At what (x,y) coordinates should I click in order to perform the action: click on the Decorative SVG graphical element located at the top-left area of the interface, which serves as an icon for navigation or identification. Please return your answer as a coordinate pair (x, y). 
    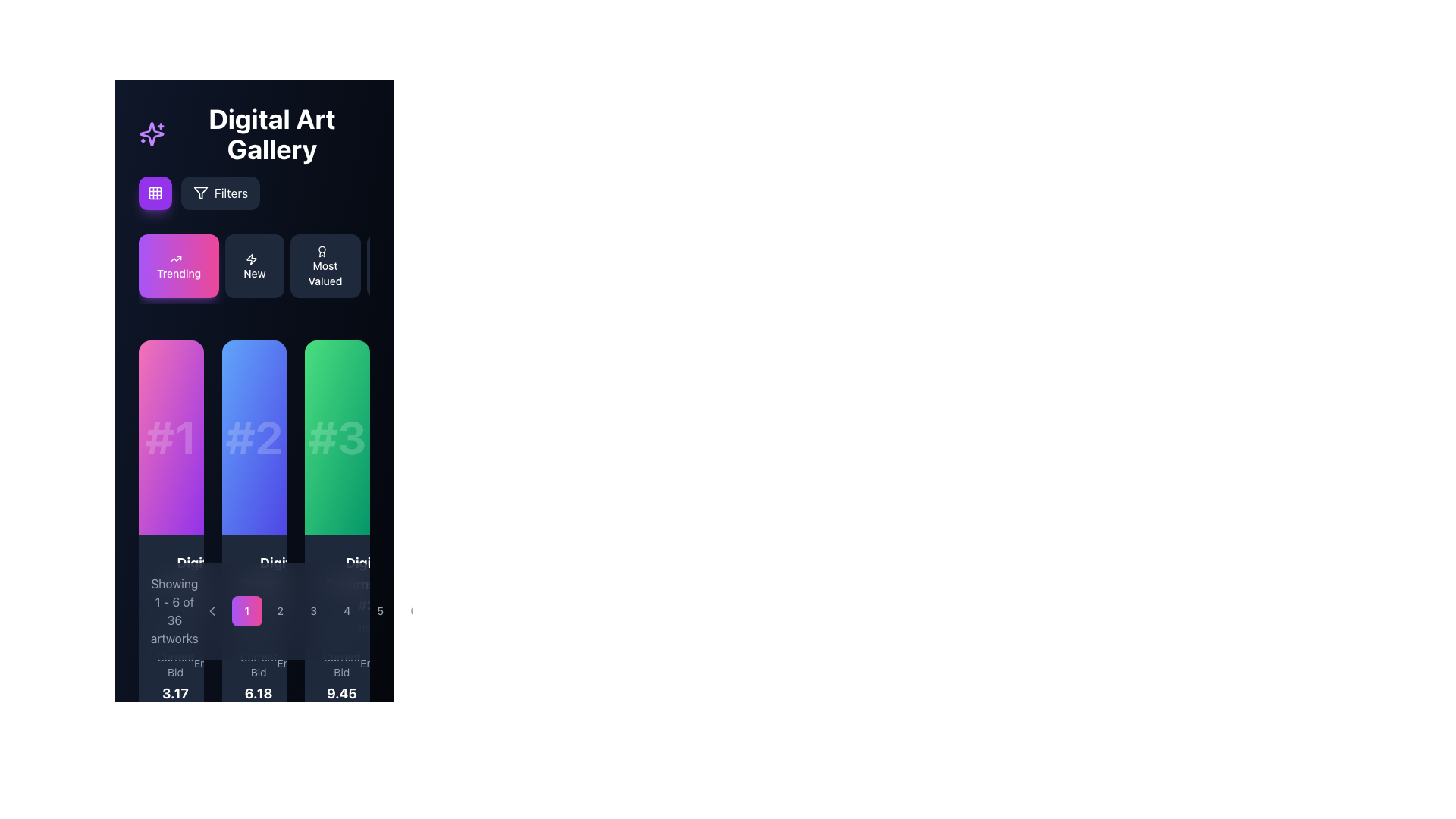
    Looking at the image, I should click on (251, 259).